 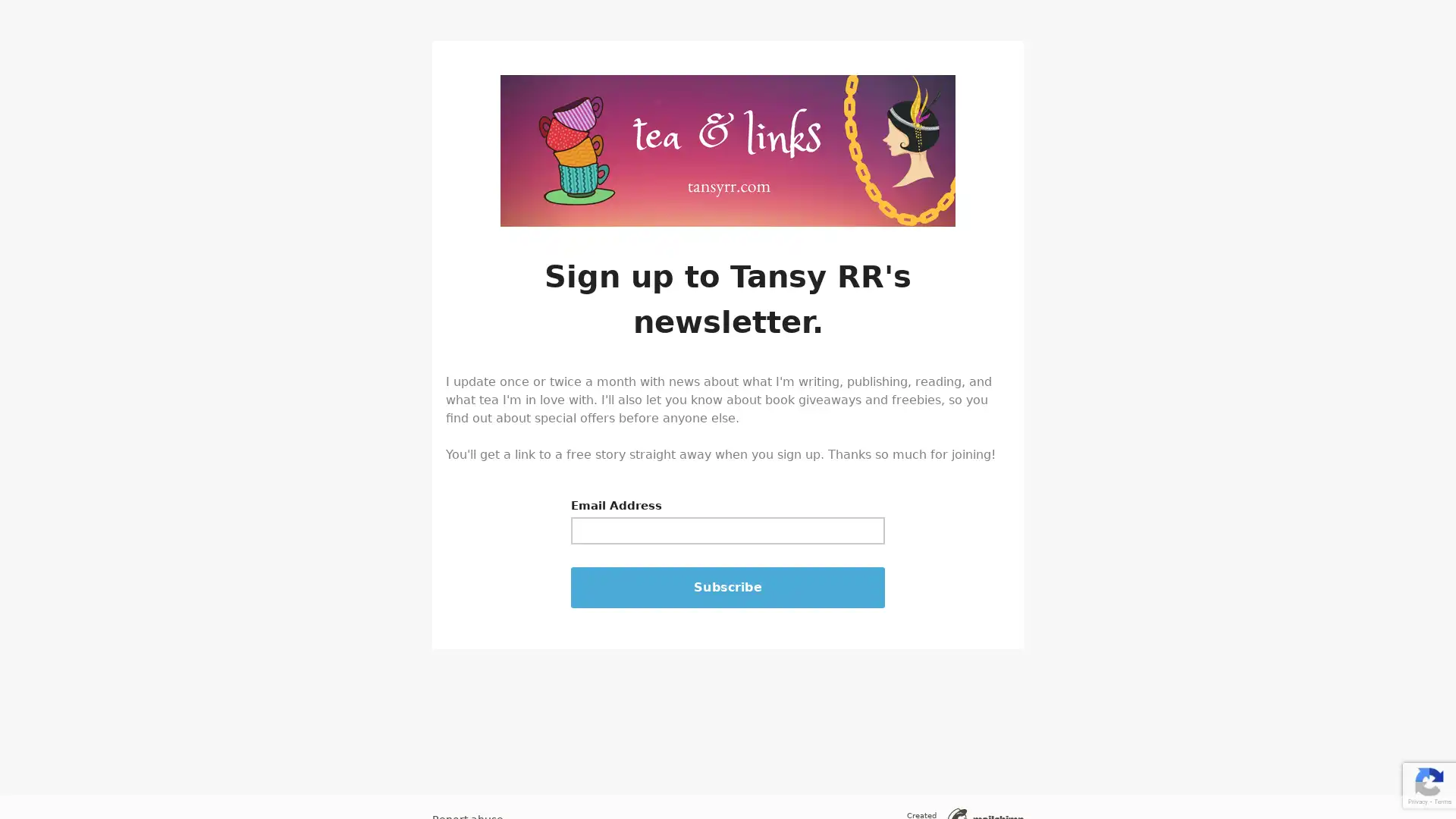 I want to click on Subscribe, so click(x=728, y=587).